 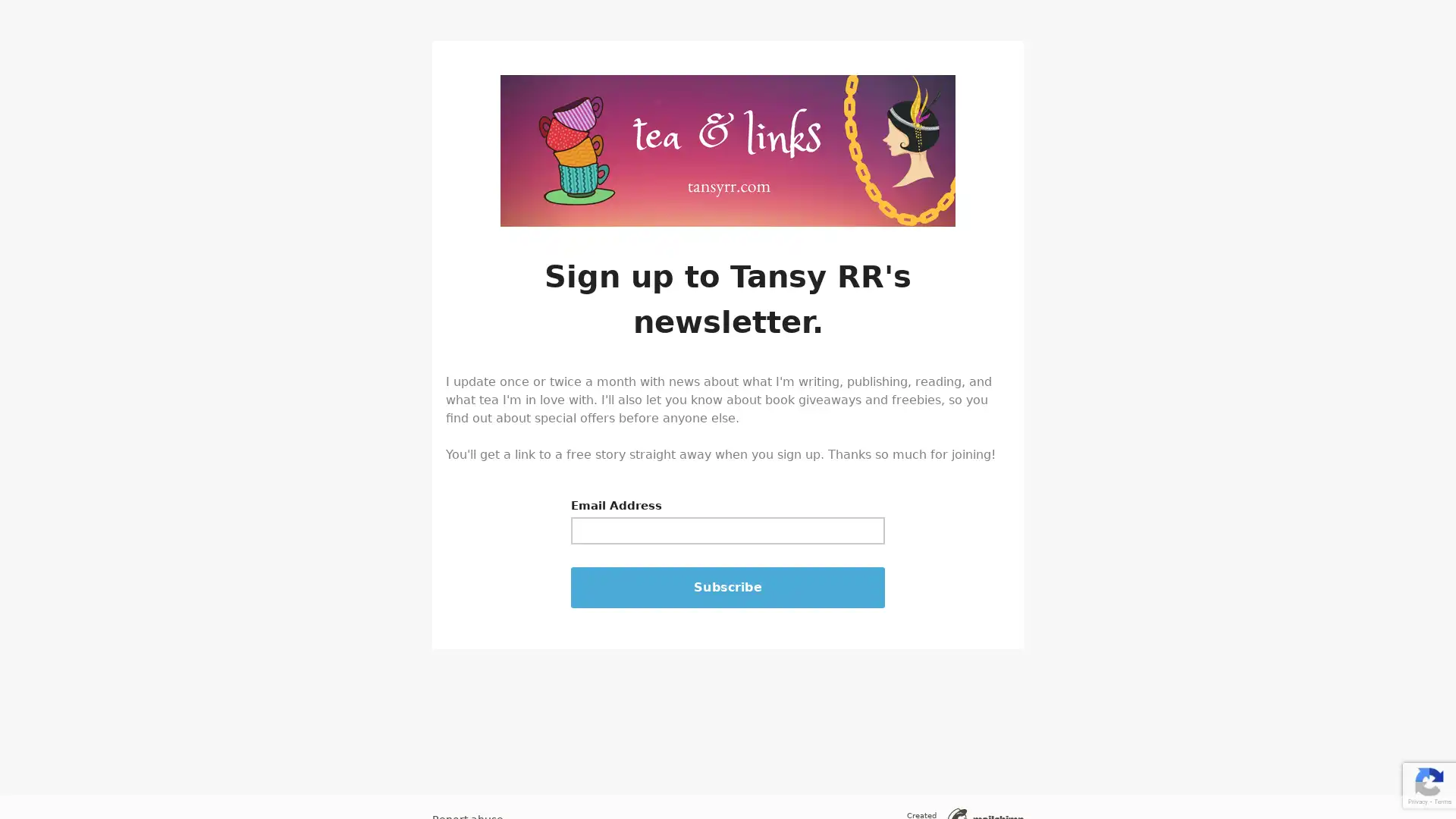 I want to click on Subscribe, so click(x=728, y=587).